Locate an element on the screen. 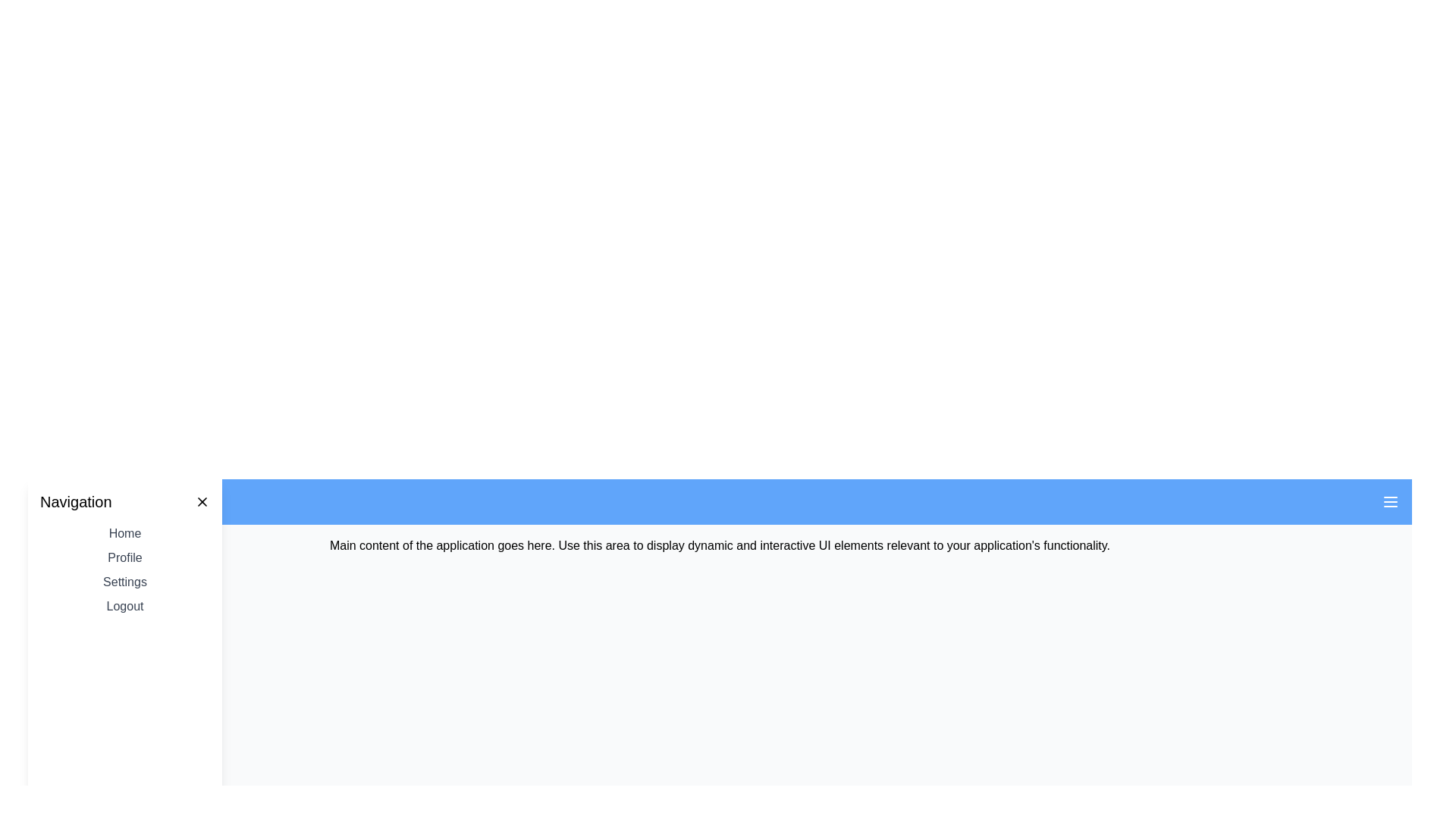 Image resolution: width=1456 pixels, height=819 pixels. the Toggle button (menu) located at the far right of the header section is located at coordinates (1390, 502).